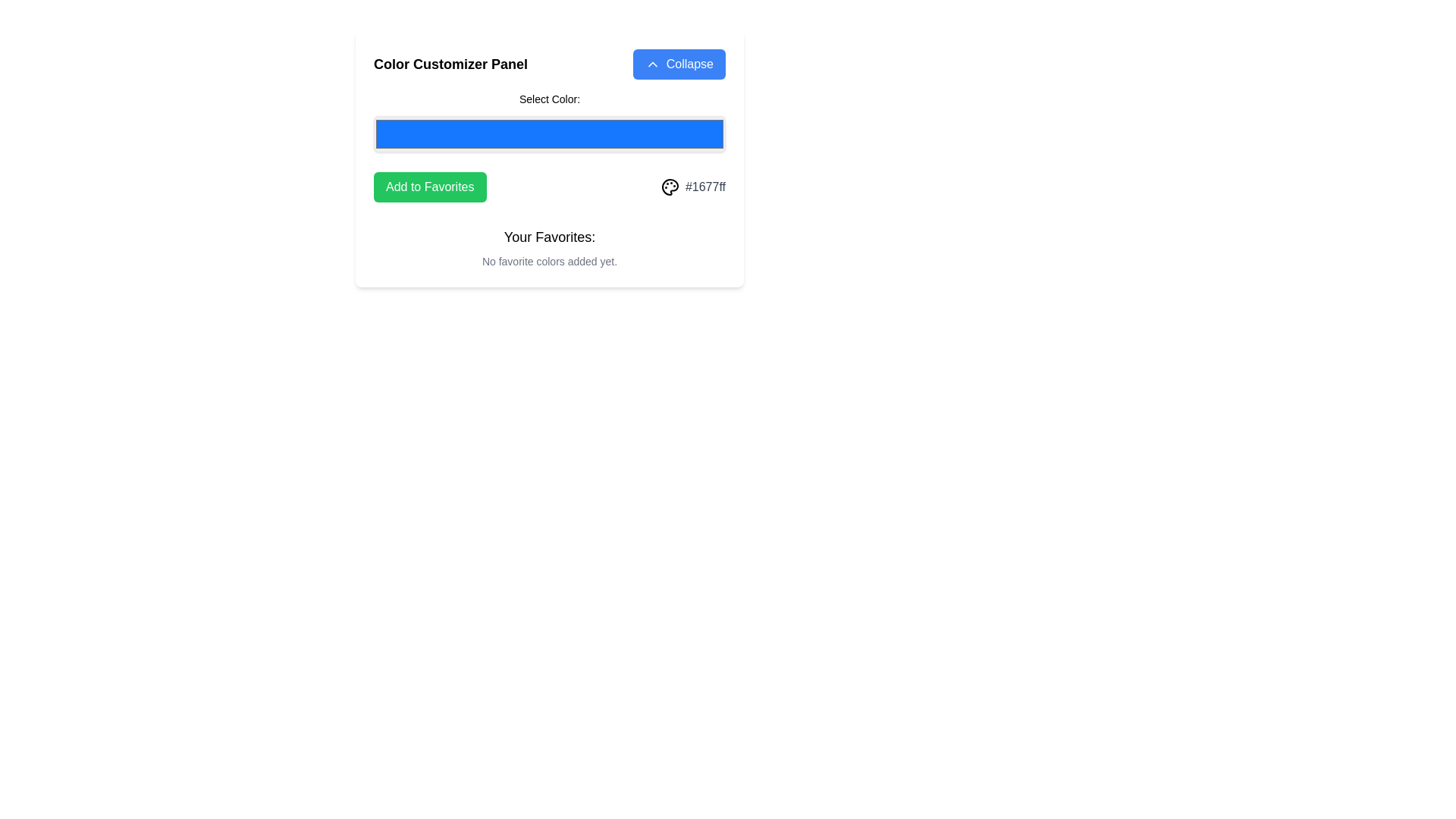 This screenshot has width=1456, height=819. Describe the element at coordinates (548, 99) in the screenshot. I see `the text label displaying 'Select Color:' located in the Color Customizer Panel, which is aligned horizontally at the top part of the layout` at that location.